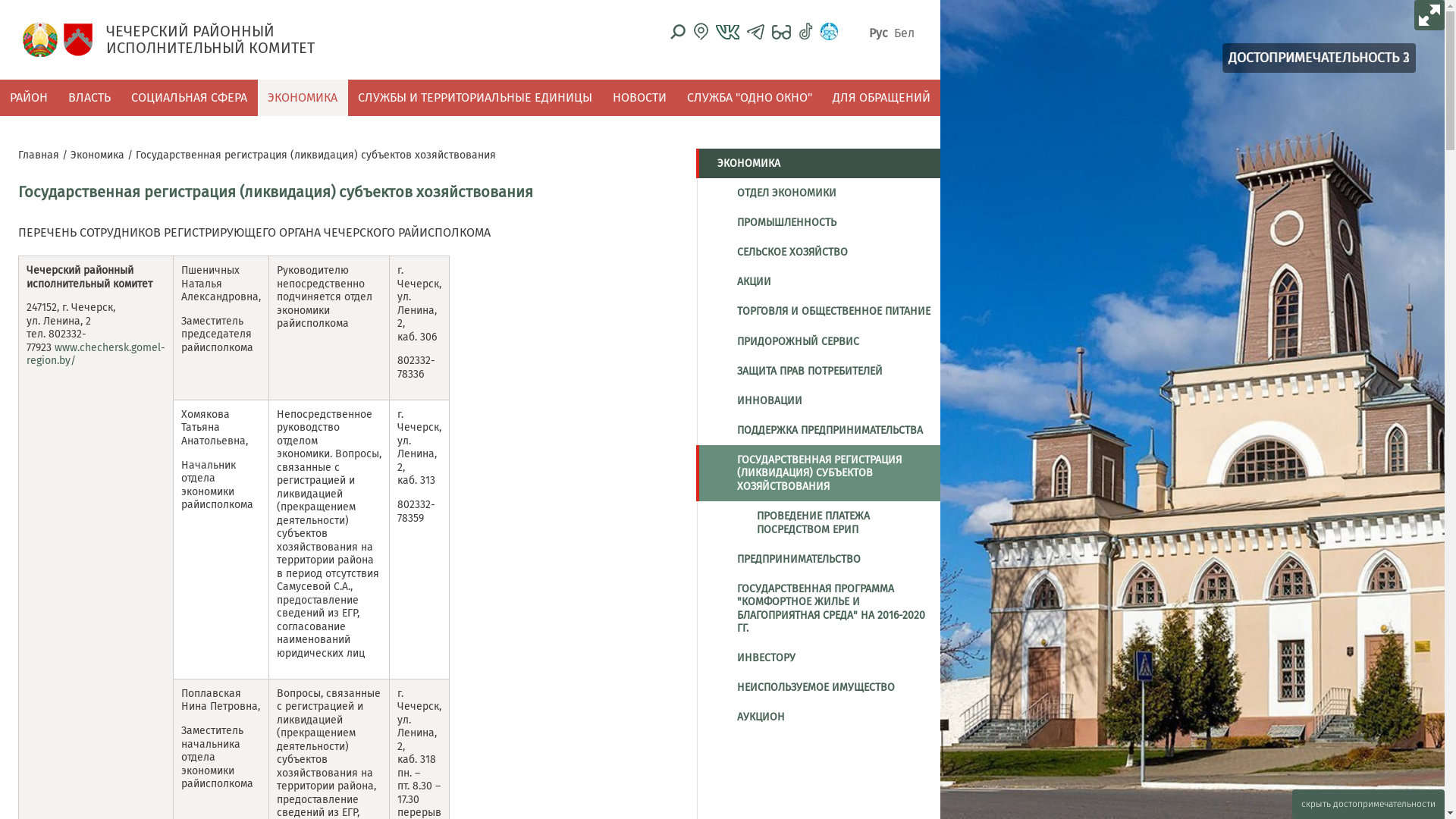 The height and width of the screenshot is (819, 1456). I want to click on 'telegram', so click(755, 31).